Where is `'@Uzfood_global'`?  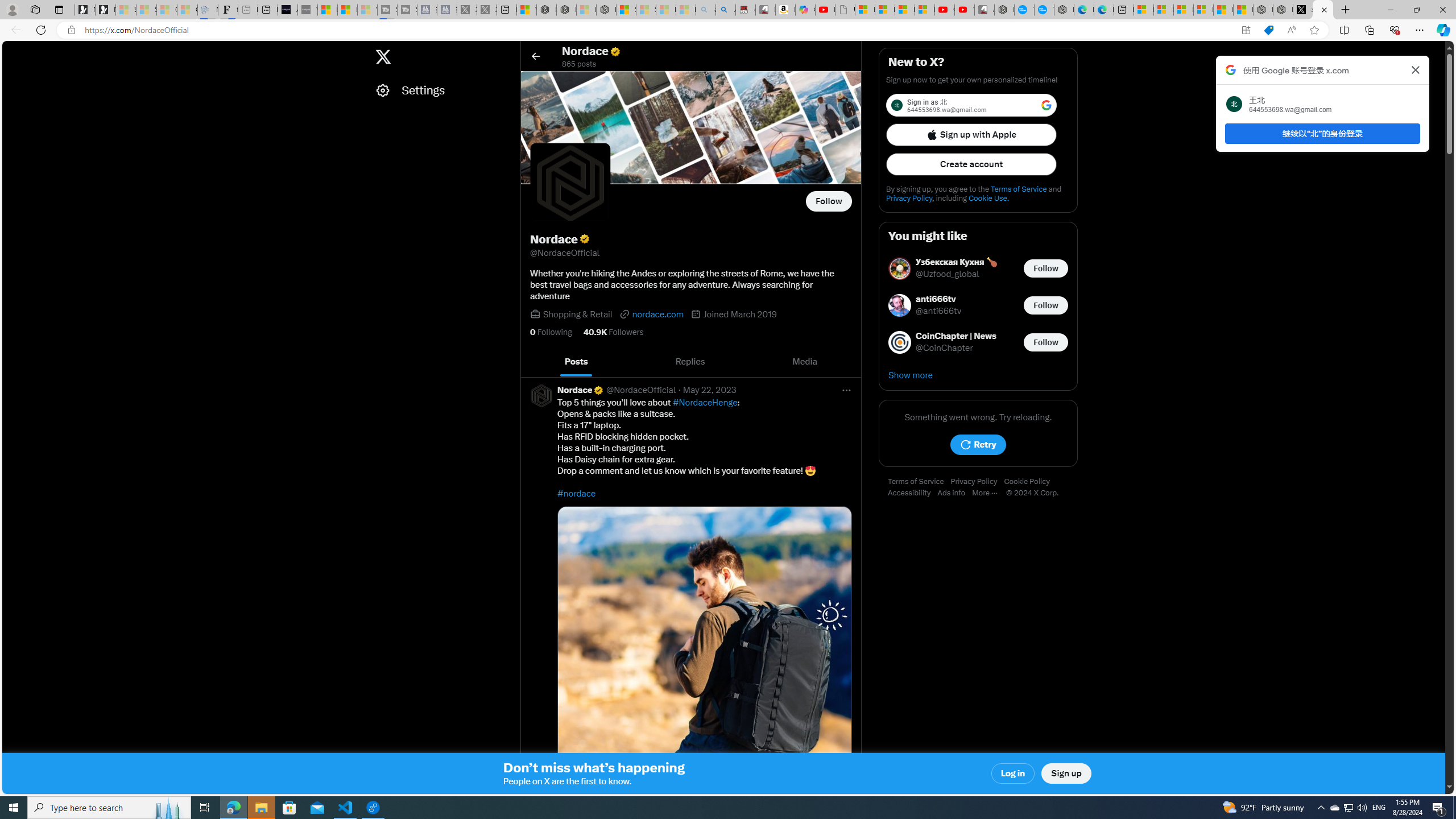 '@Uzfood_global' is located at coordinates (948, 274).